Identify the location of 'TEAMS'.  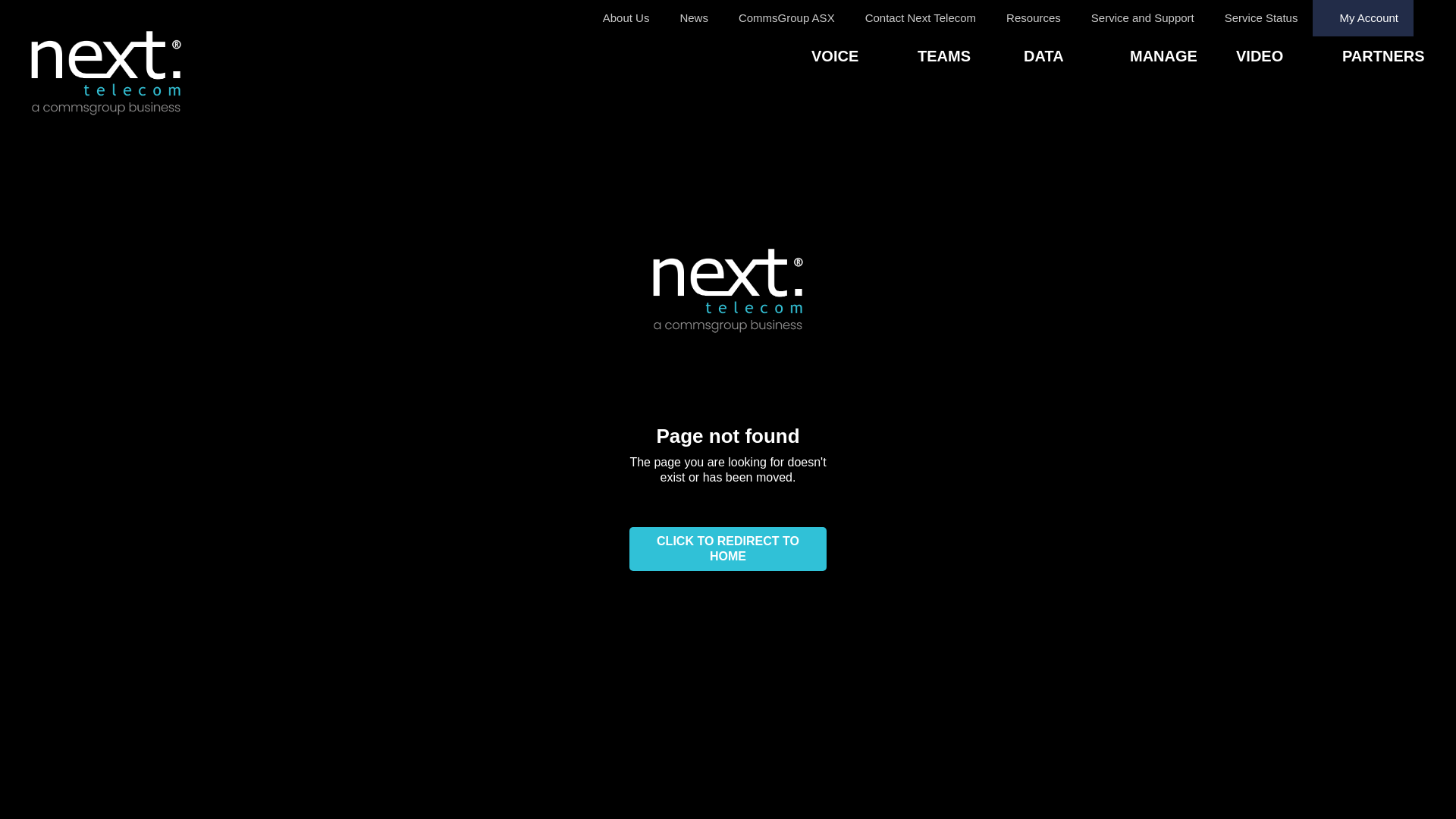
(971, 57).